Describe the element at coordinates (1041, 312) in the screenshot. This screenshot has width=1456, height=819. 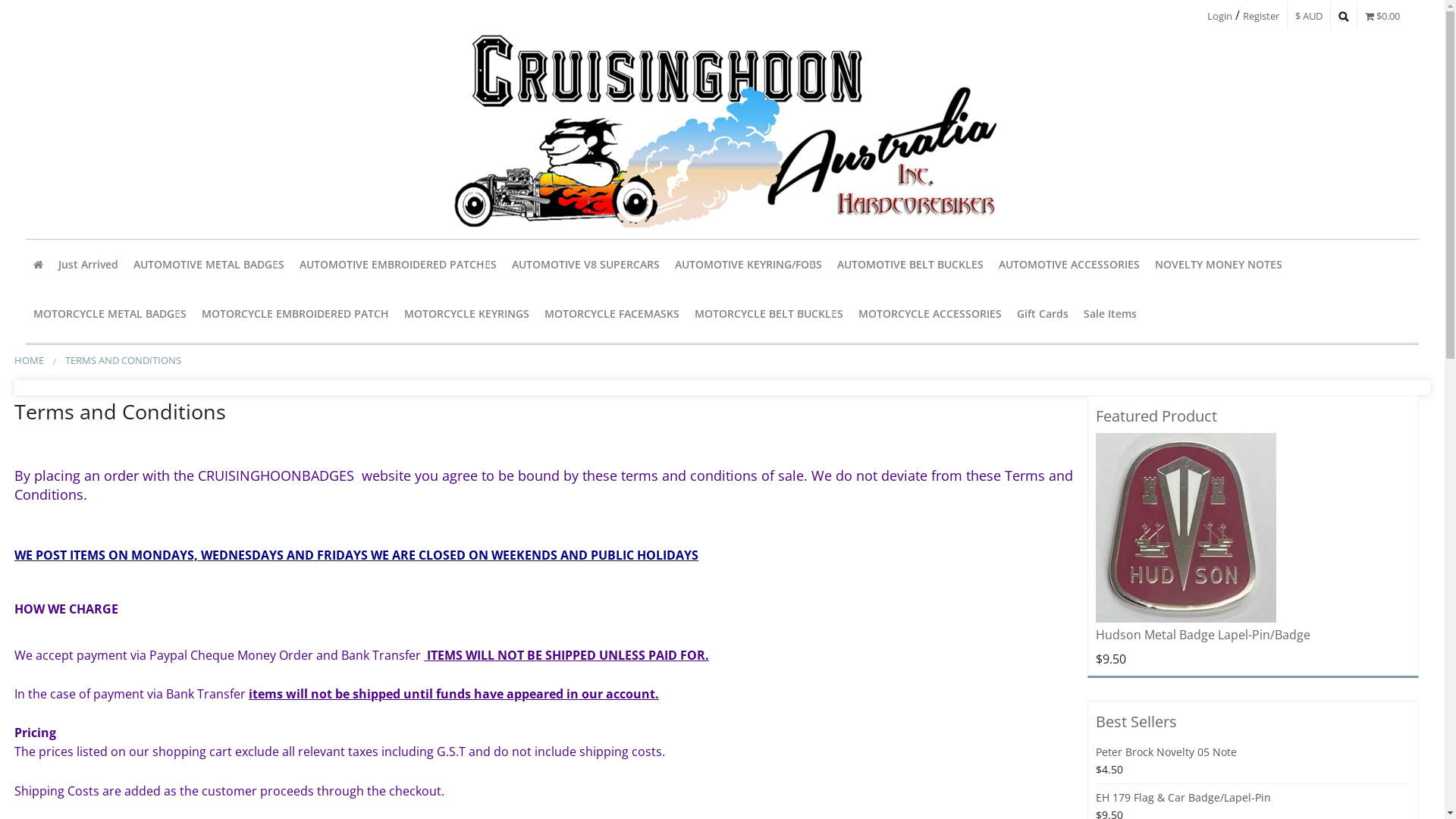
I see `'Gift Cards'` at that location.